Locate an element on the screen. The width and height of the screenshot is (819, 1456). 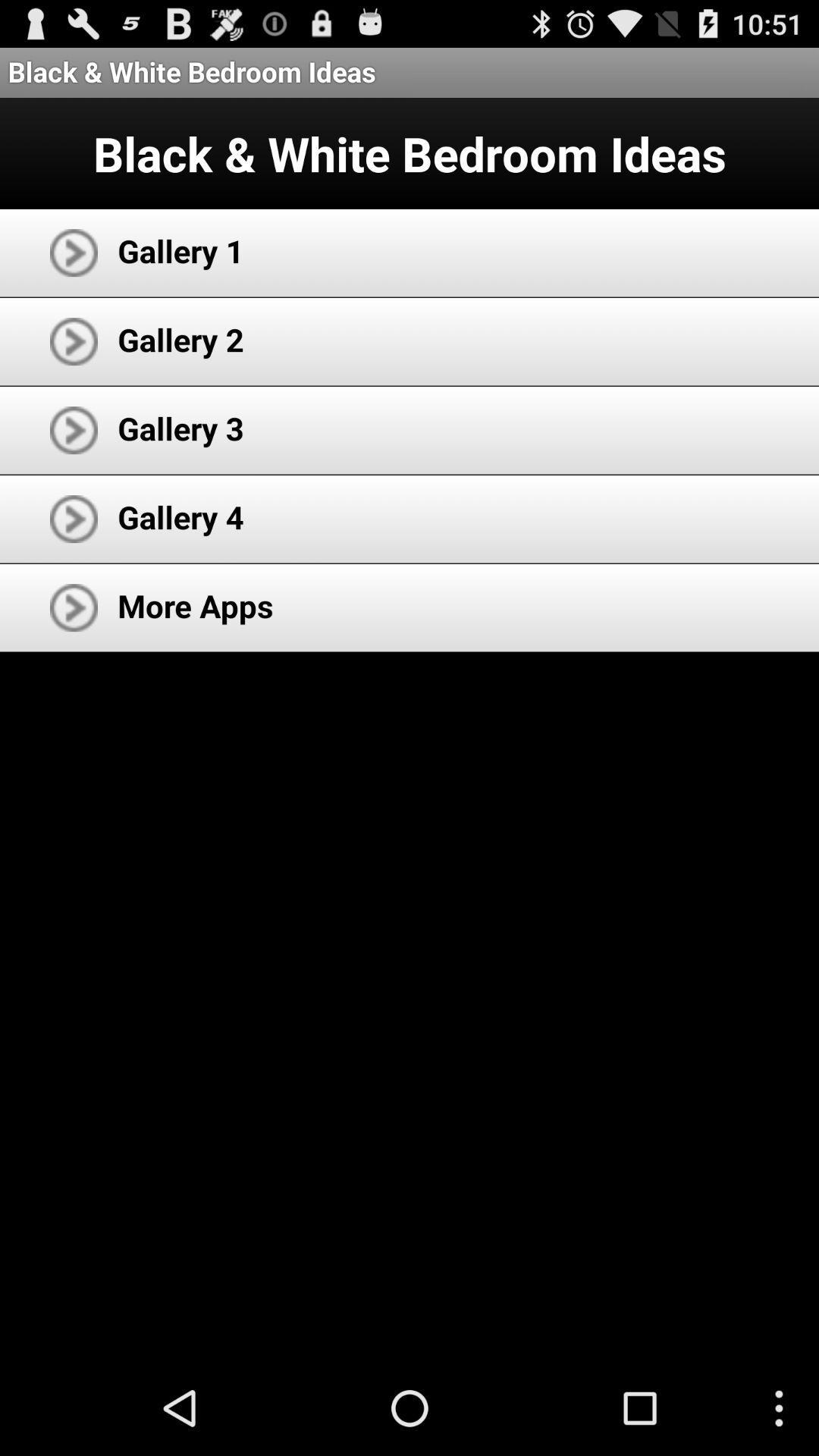
item below the gallery 1 icon is located at coordinates (180, 338).